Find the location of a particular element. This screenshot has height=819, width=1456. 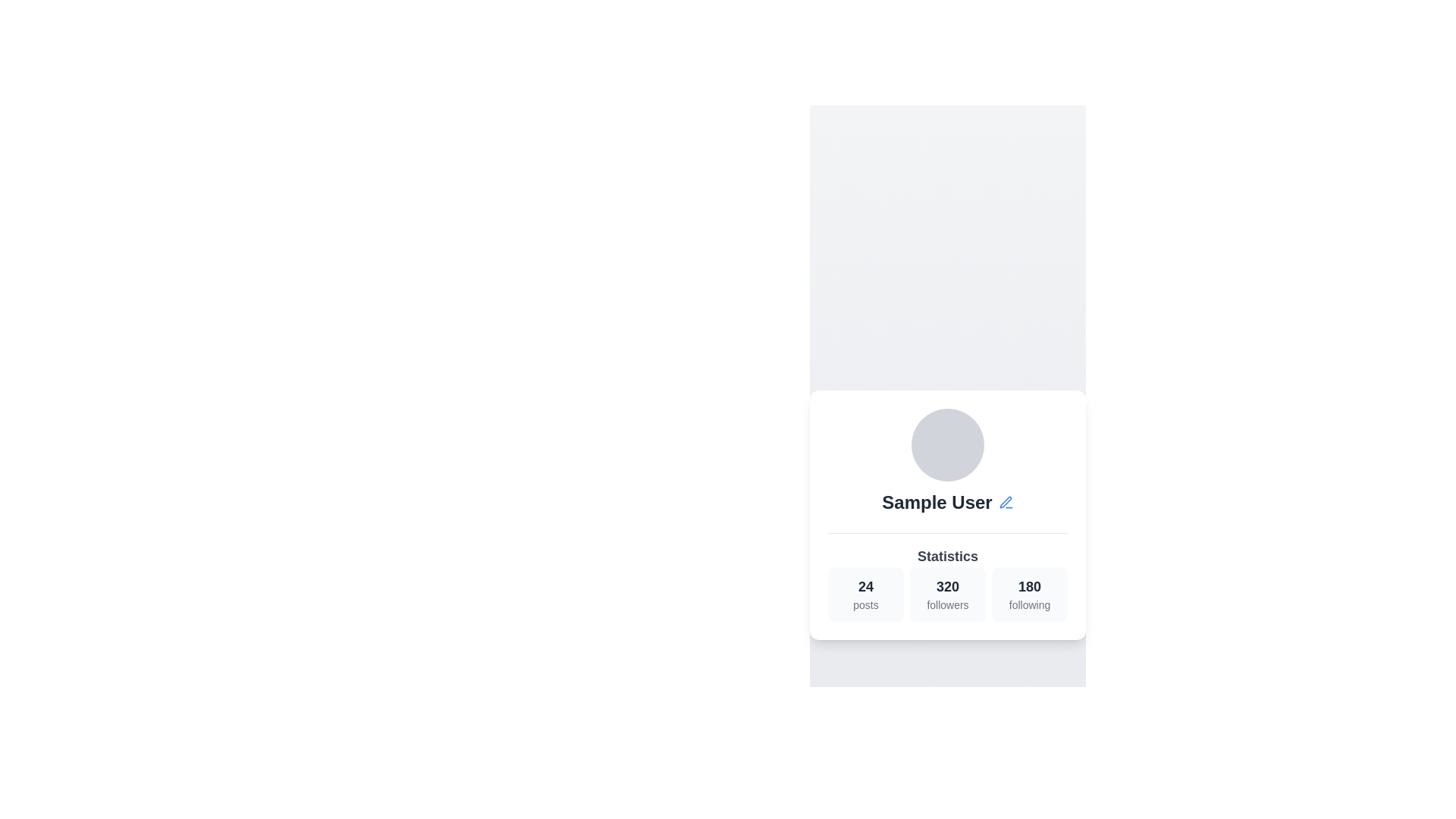

static text label indicating the count of entities the user is following, which is located below the numeric value '180' in the statistics section is located at coordinates (1030, 604).